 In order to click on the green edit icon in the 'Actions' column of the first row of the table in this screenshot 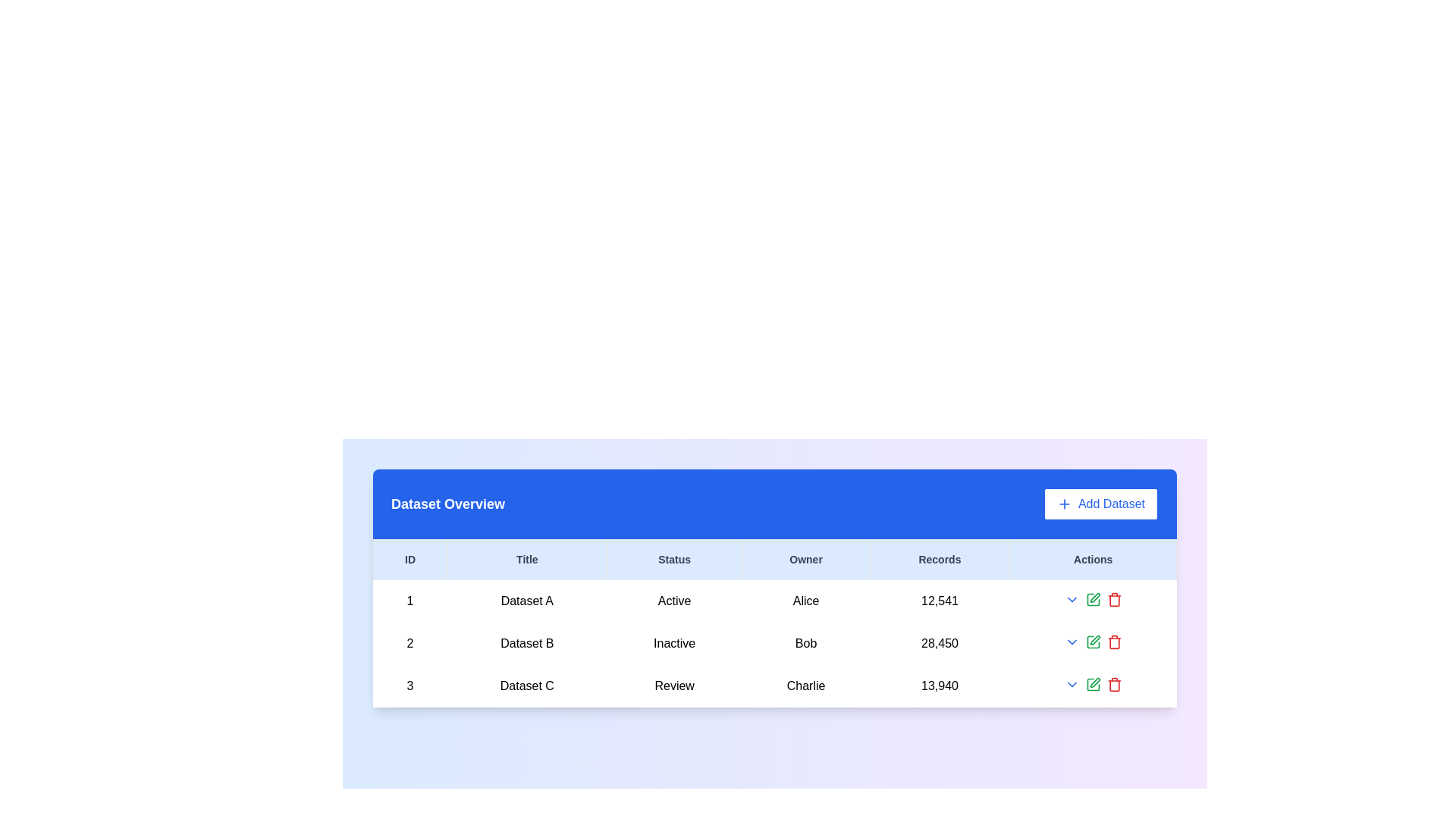, I will do `click(1093, 598)`.